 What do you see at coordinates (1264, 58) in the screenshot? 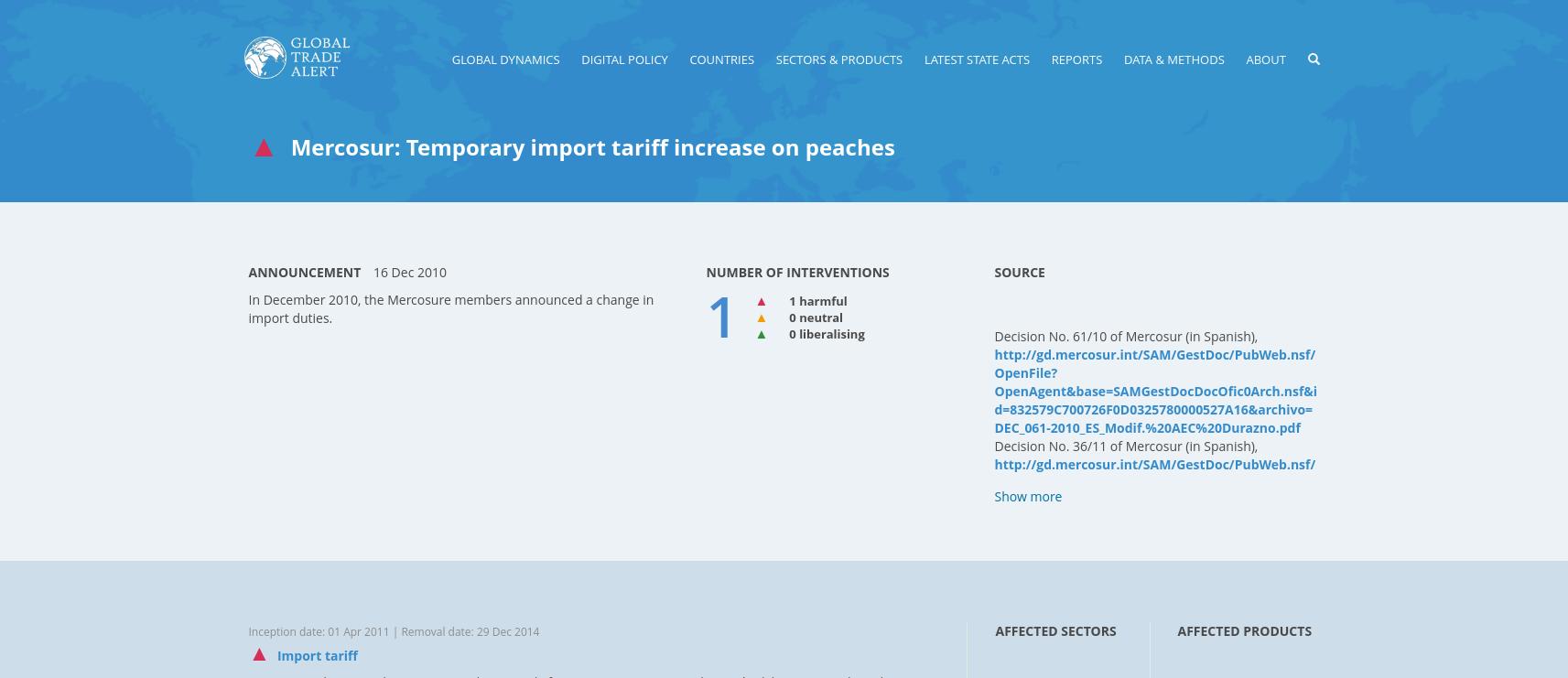
I see `'ABOUT'` at bounding box center [1264, 58].